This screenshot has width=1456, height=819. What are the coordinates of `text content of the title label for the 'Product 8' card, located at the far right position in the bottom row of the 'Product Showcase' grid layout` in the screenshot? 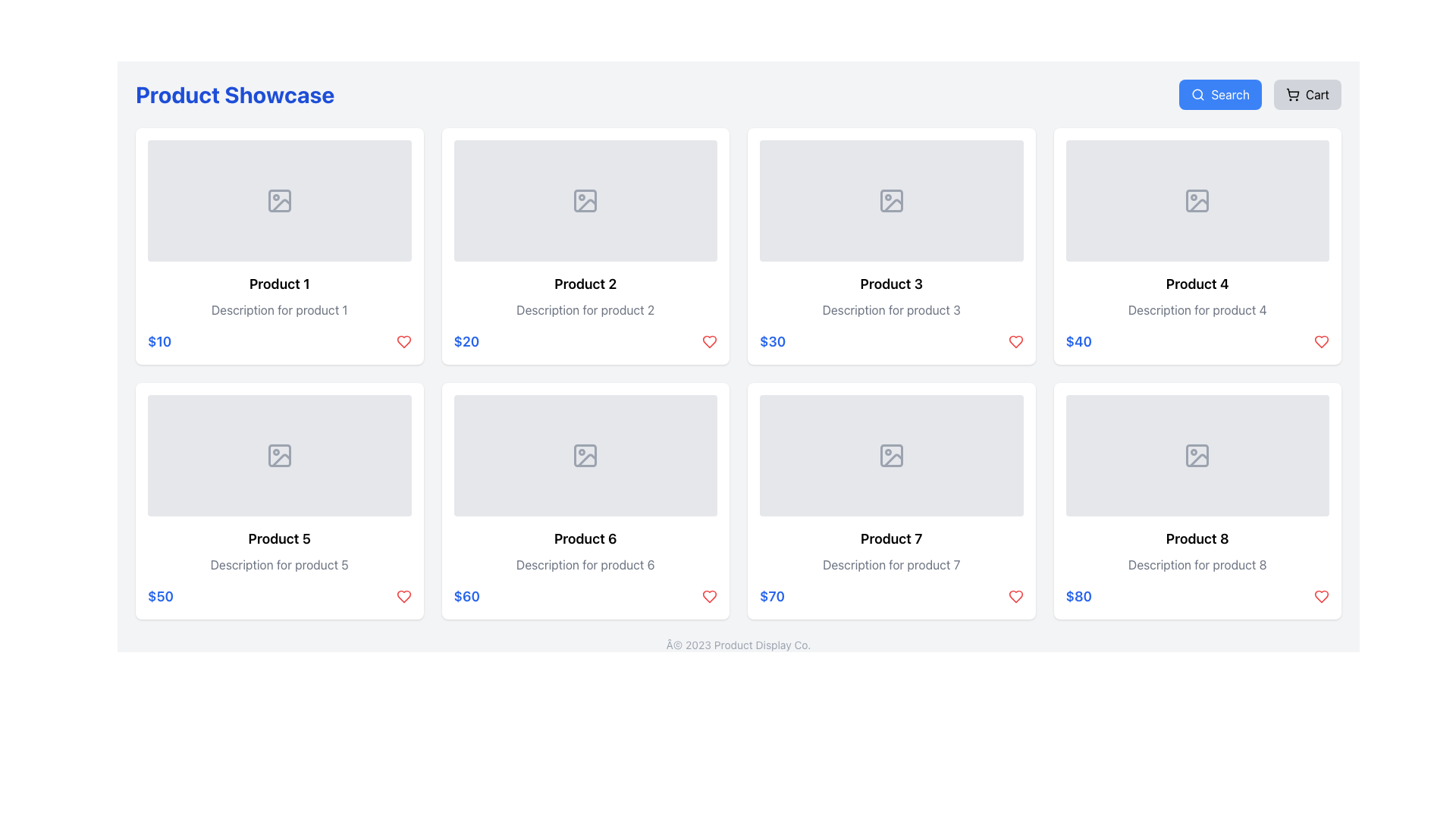 It's located at (1197, 538).